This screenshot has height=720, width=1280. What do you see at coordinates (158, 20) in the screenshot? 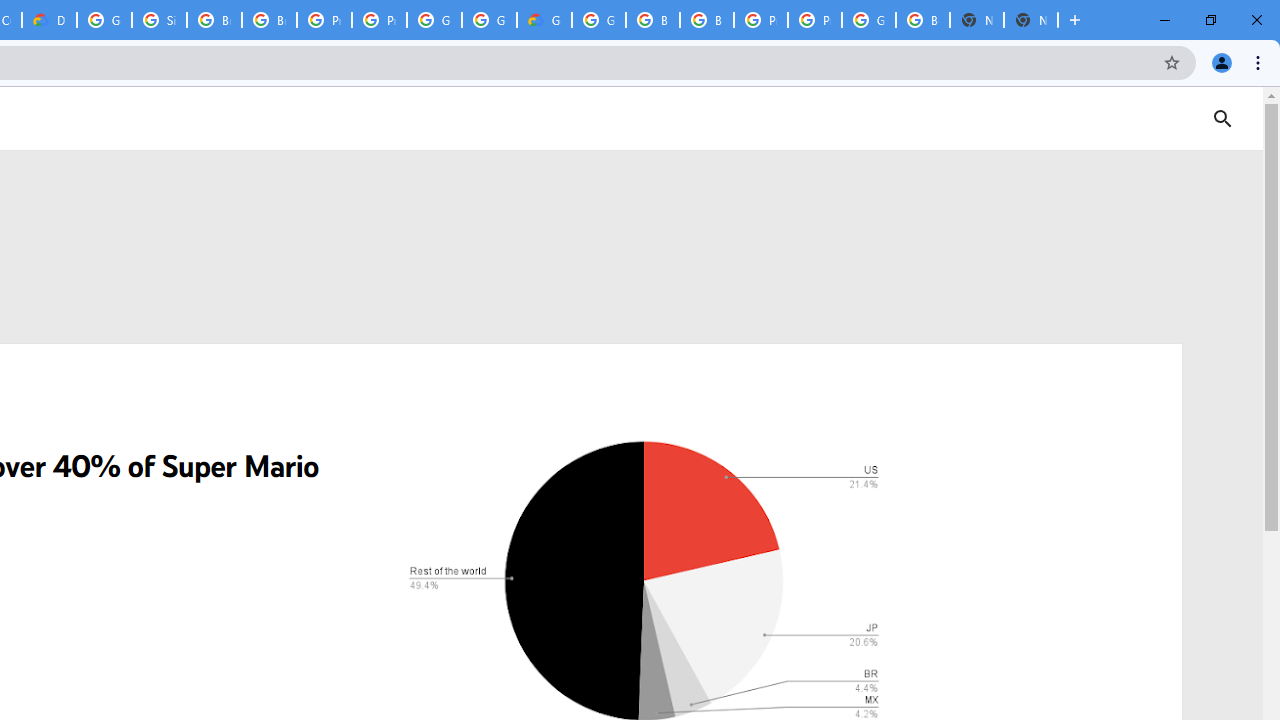
I see `'Sign in - Google Accounts'` at bounding box center [158, 20].